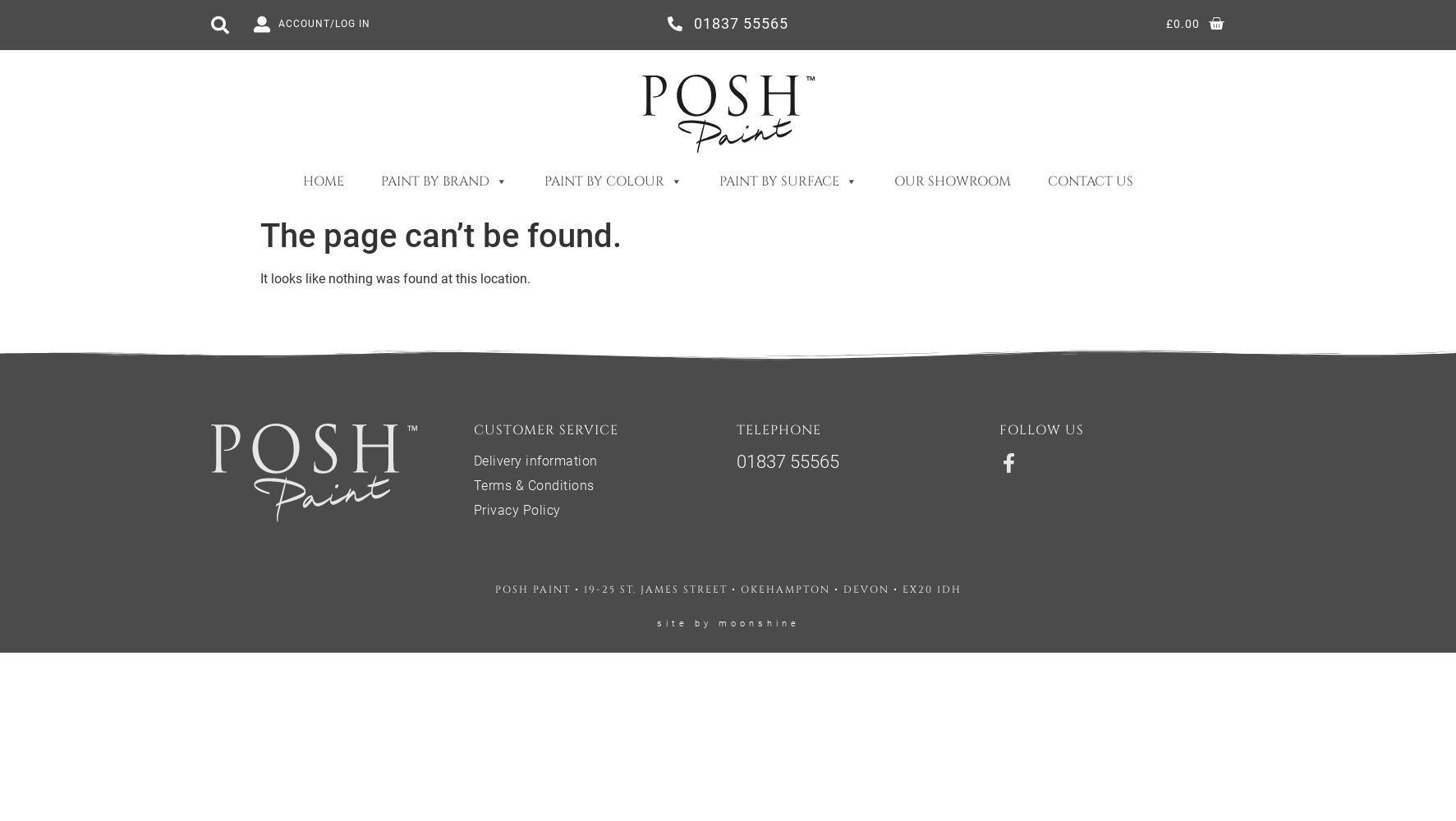 This screenshot has width=1456, height=821. Describe the element at coordinates (736, 430) in the screenshot. I see `'telephone'` at that location.